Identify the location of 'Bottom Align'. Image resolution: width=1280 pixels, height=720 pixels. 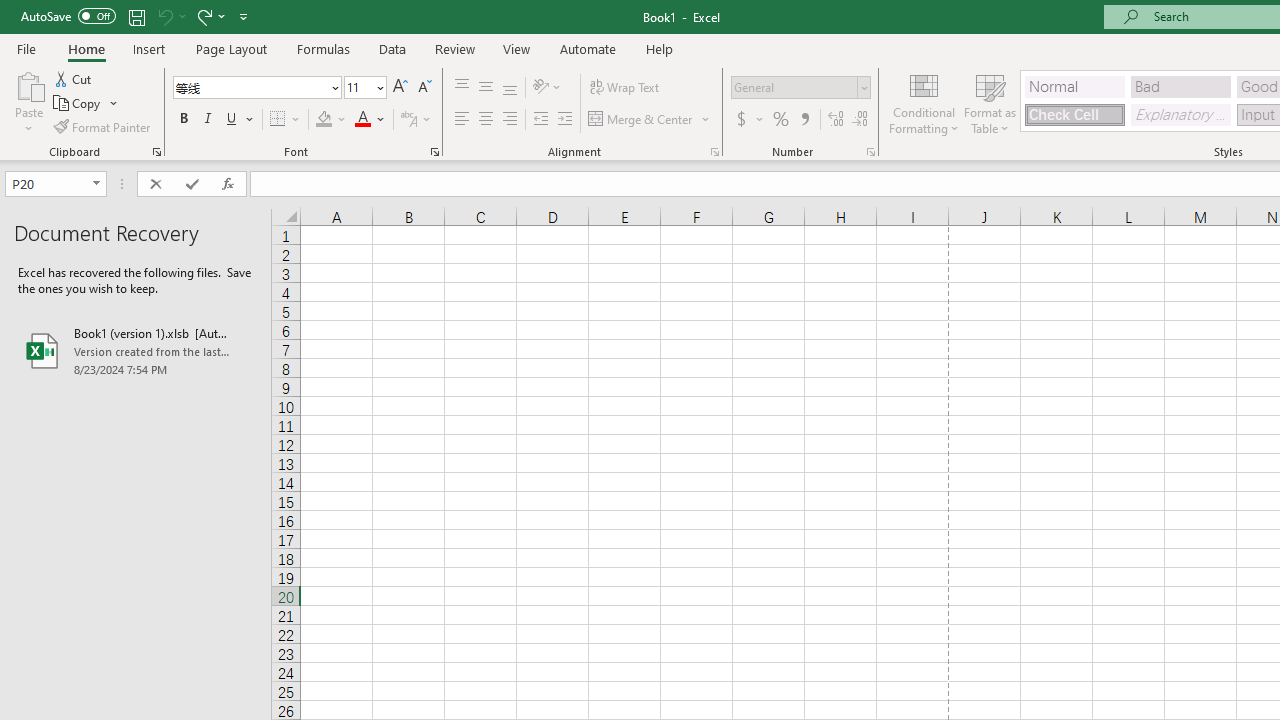
(510, 86).